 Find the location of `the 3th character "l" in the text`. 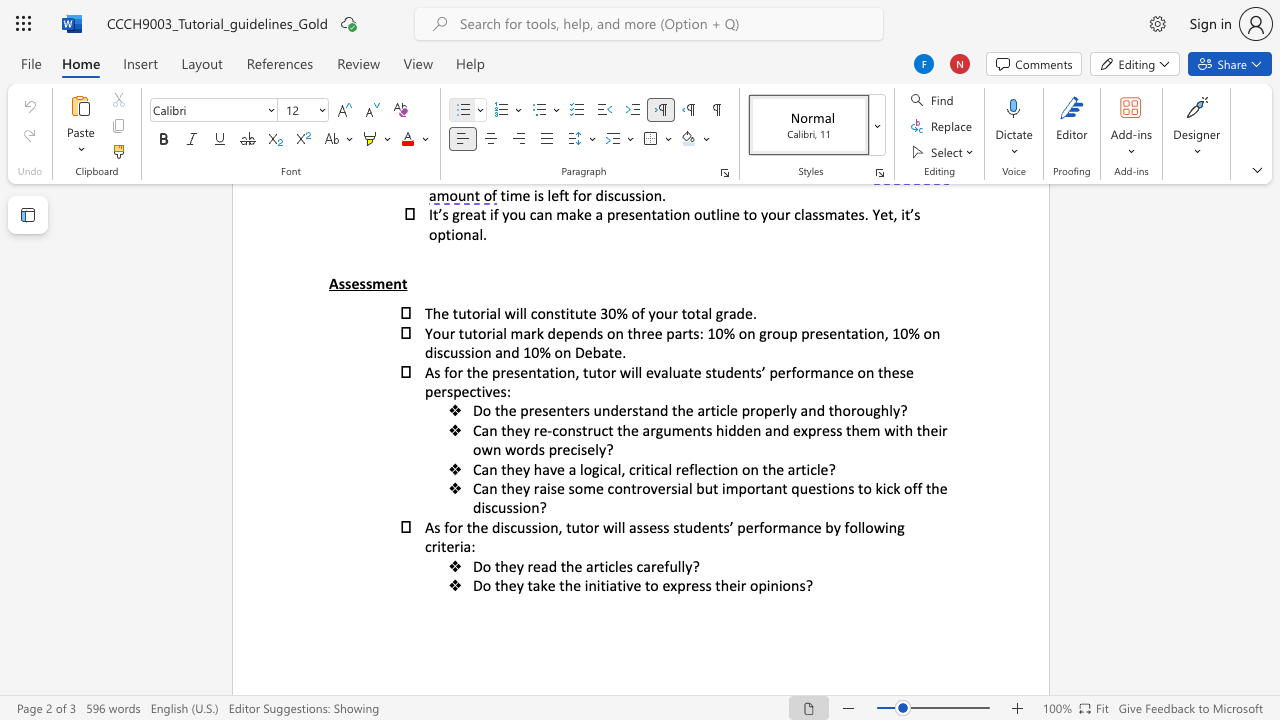

the 3th character "l" in the text is located at coordinates (859, 526).